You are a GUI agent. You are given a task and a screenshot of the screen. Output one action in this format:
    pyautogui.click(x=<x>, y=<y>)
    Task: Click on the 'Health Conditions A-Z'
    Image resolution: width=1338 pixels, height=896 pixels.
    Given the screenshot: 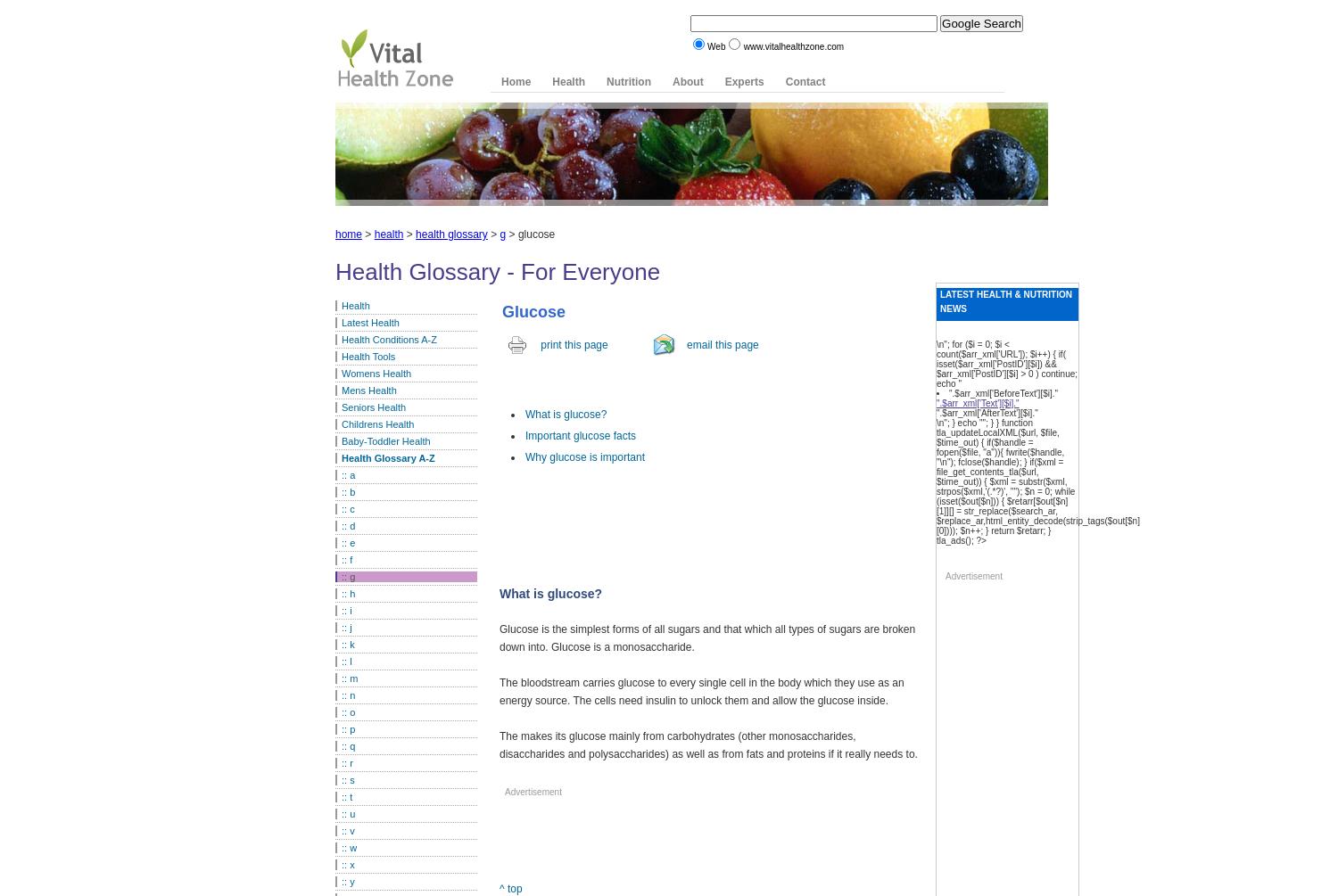 What is the action you would take?
    pyautogui.click(x=389, y=339)
    